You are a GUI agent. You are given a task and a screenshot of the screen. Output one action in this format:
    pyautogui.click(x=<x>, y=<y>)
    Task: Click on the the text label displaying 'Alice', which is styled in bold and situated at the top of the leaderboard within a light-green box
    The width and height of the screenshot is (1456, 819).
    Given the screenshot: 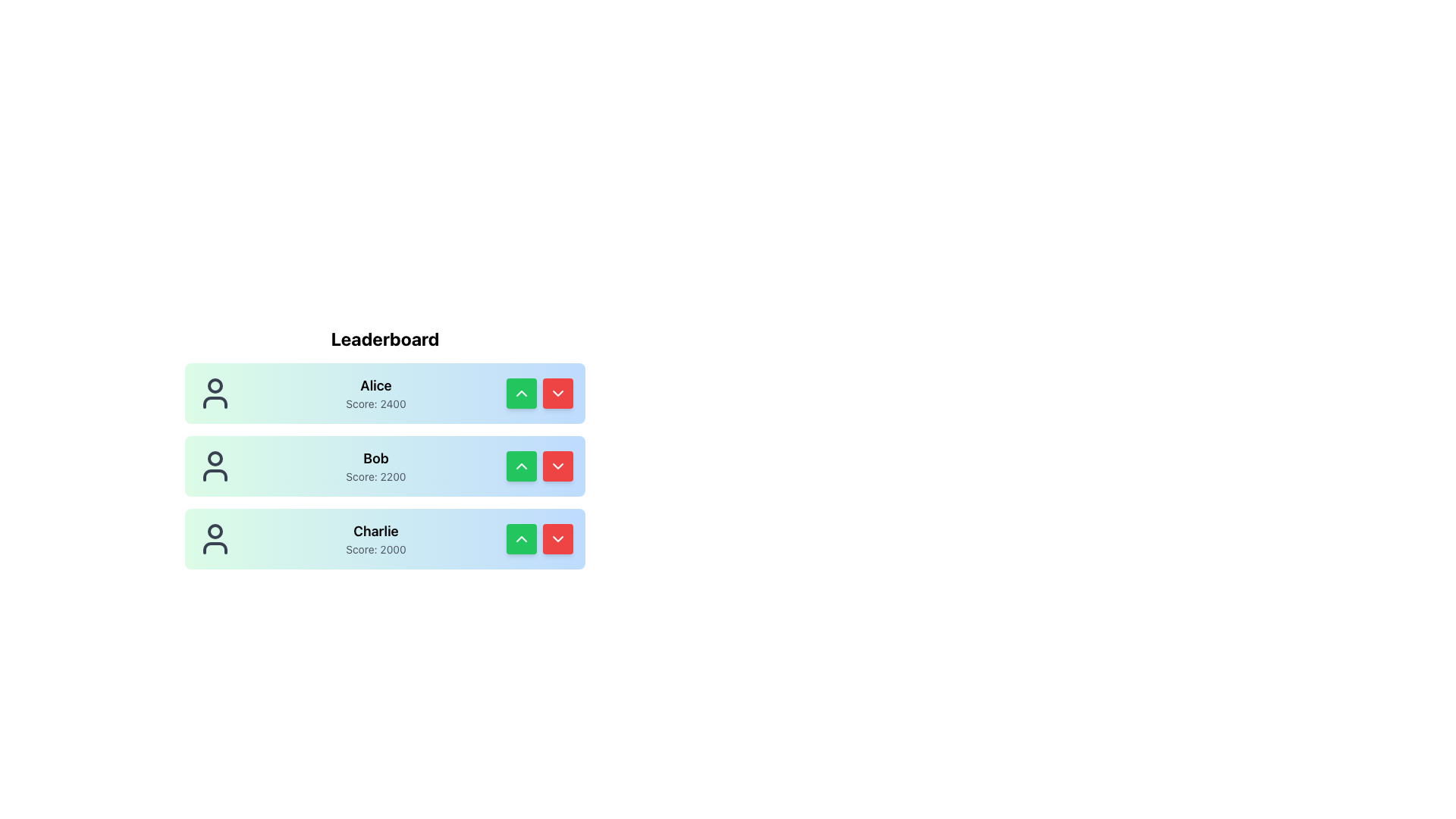 What is the action you would take?
    pyautogui.click(x=375, y=385)
    